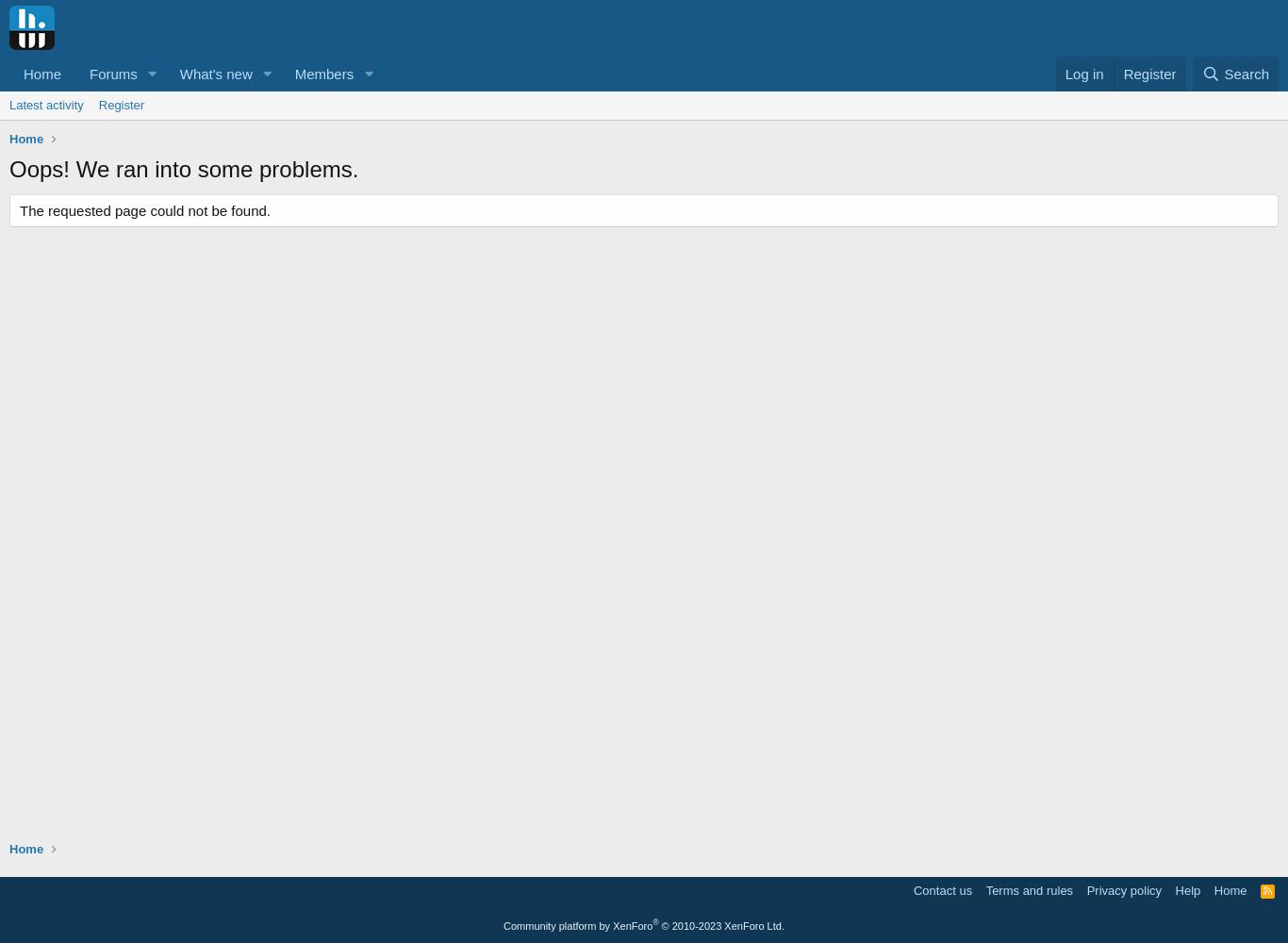 This screenshot has height=943, width=1288. Describe the element at coordinates (1175, 889) in the screenshot. I see `'Help'` at that location.